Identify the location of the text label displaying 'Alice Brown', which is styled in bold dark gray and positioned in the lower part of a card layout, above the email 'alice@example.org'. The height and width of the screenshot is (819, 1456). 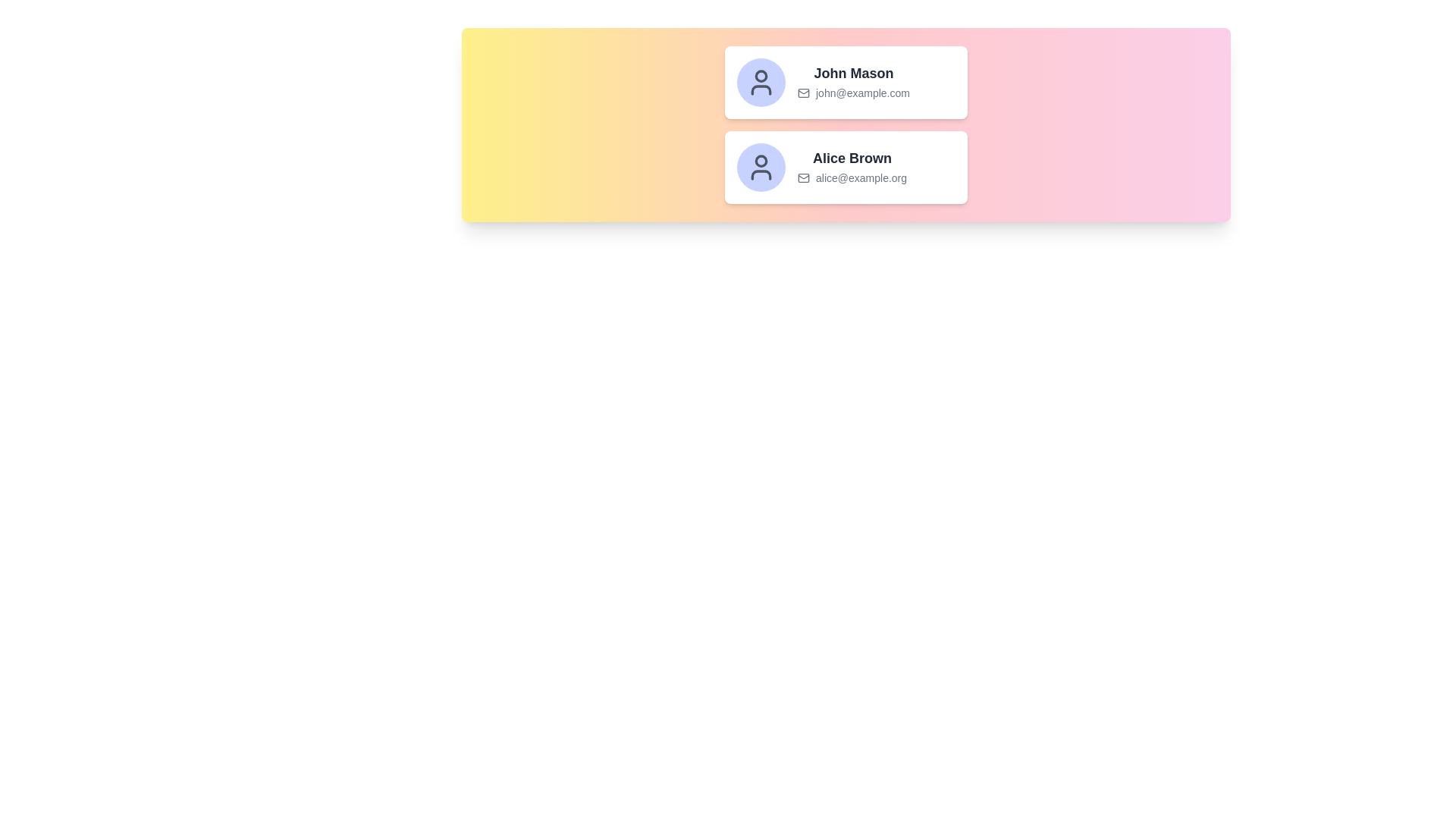
(852, 158).